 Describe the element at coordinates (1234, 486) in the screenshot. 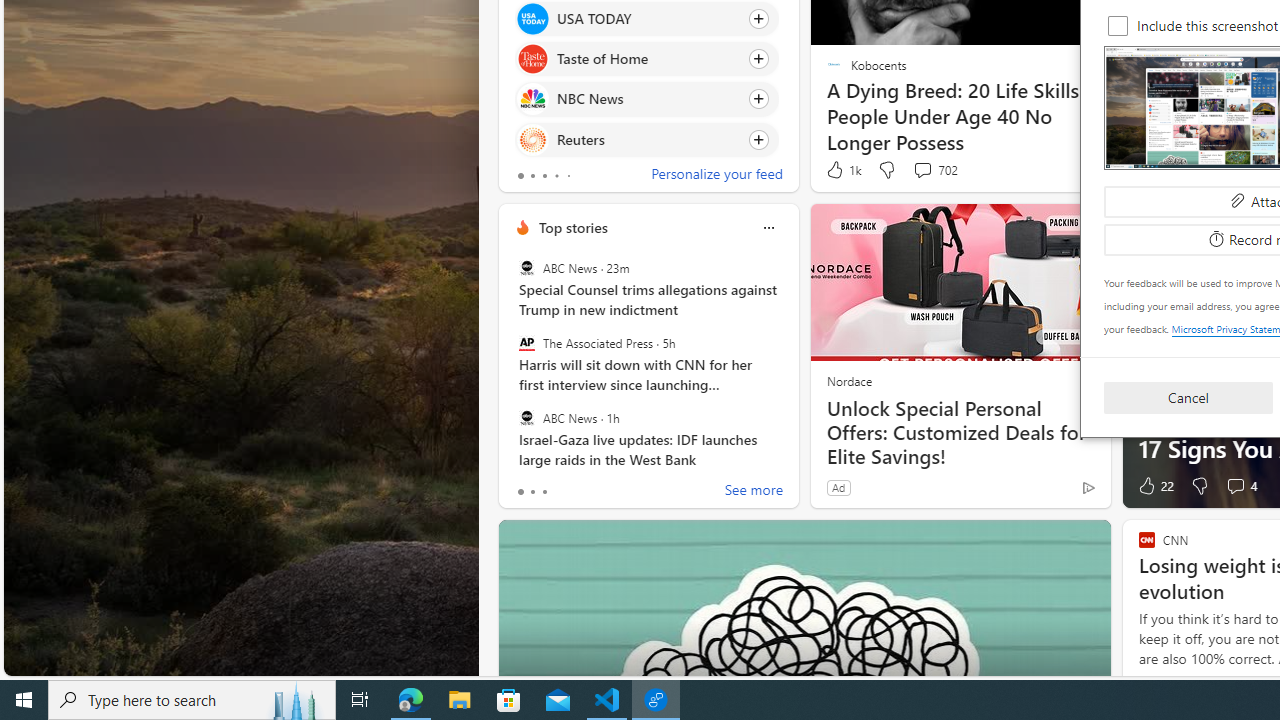

I see `'View comments 4 Comment'` at that location.